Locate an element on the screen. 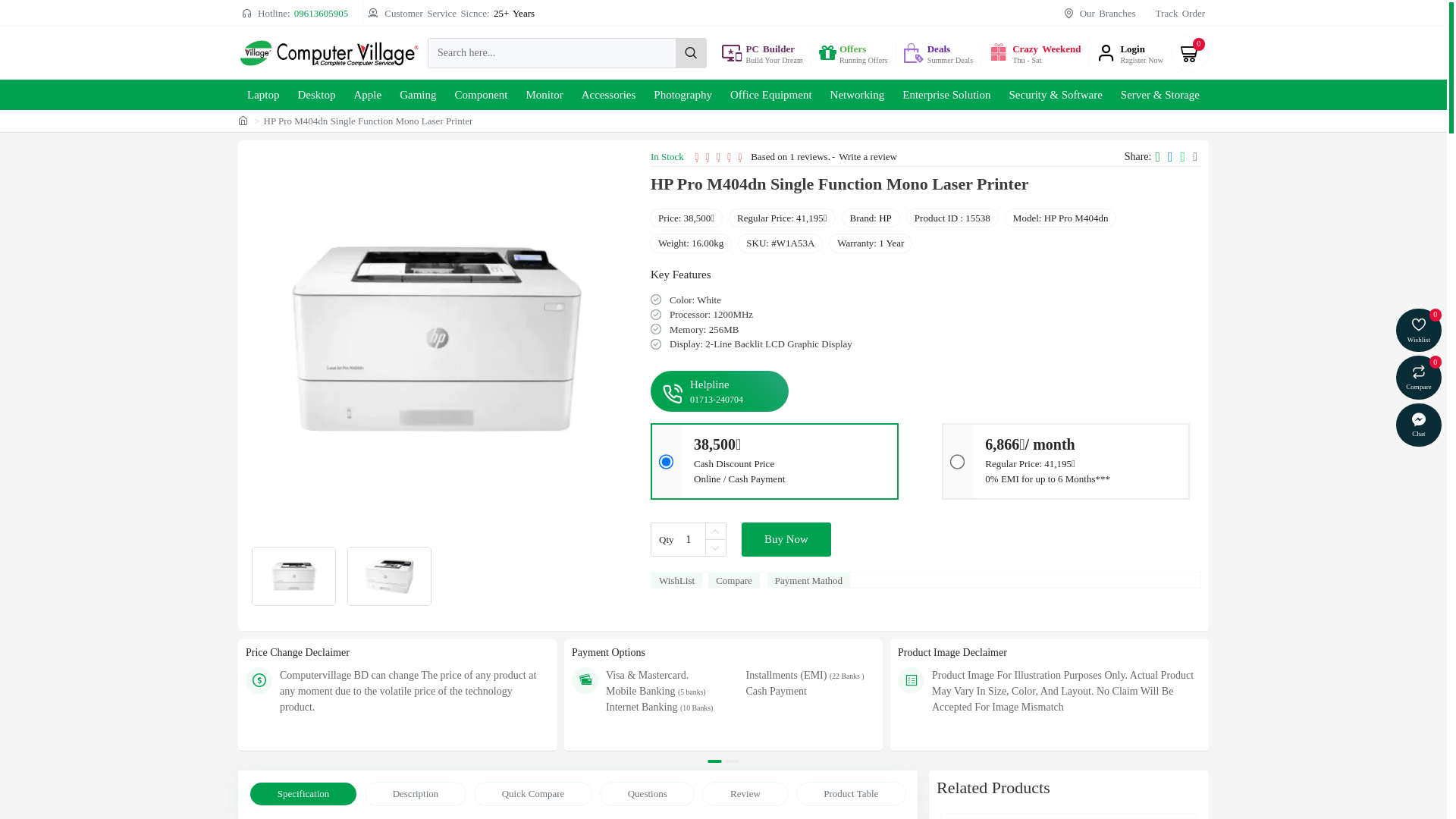 This screenshot has height=819, width=1456. 'Gaming' is located at coordinates (390, 94).